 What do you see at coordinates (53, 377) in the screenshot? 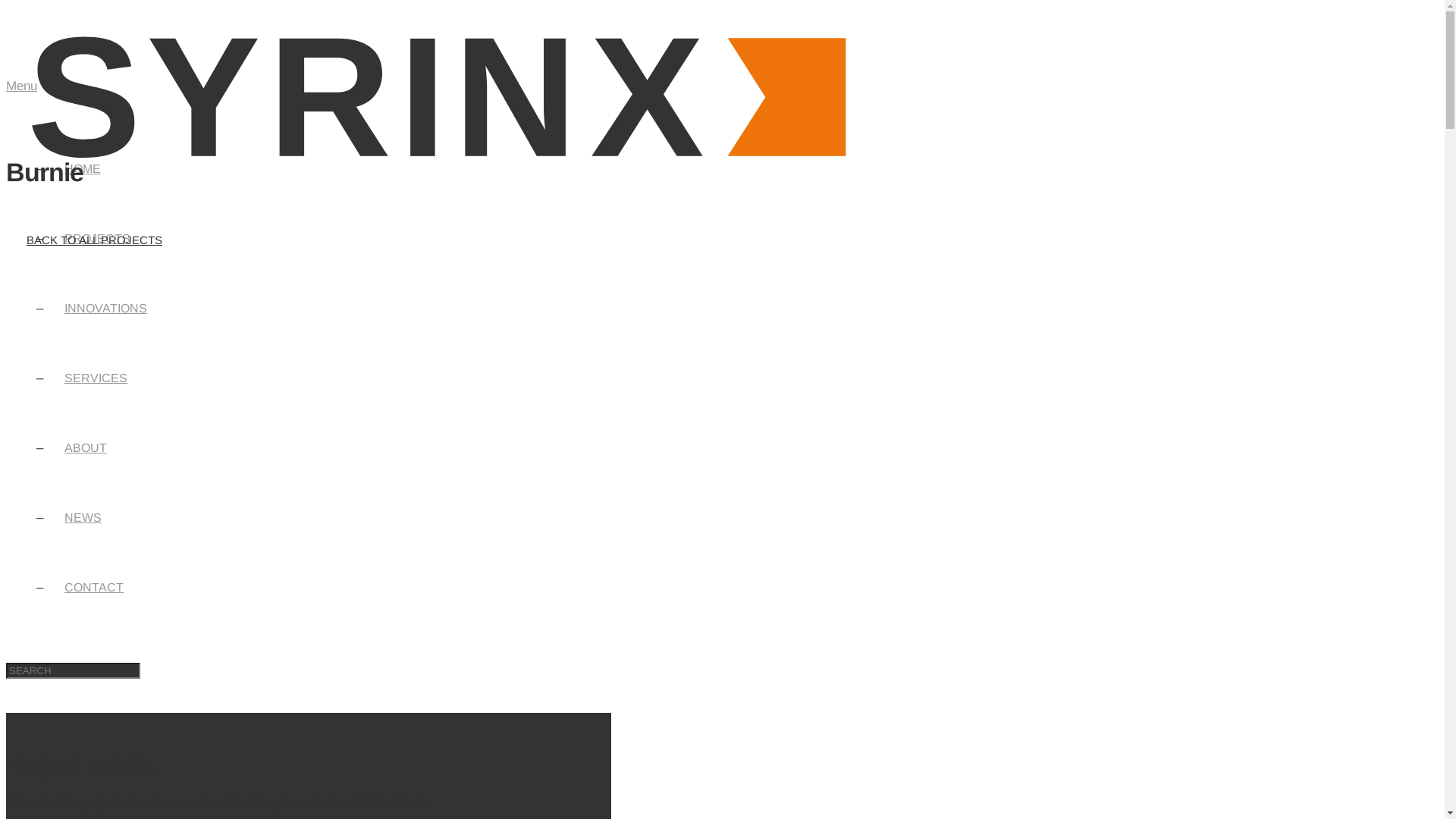
I see `'SERVICES'` at bounding box center [53, 377].